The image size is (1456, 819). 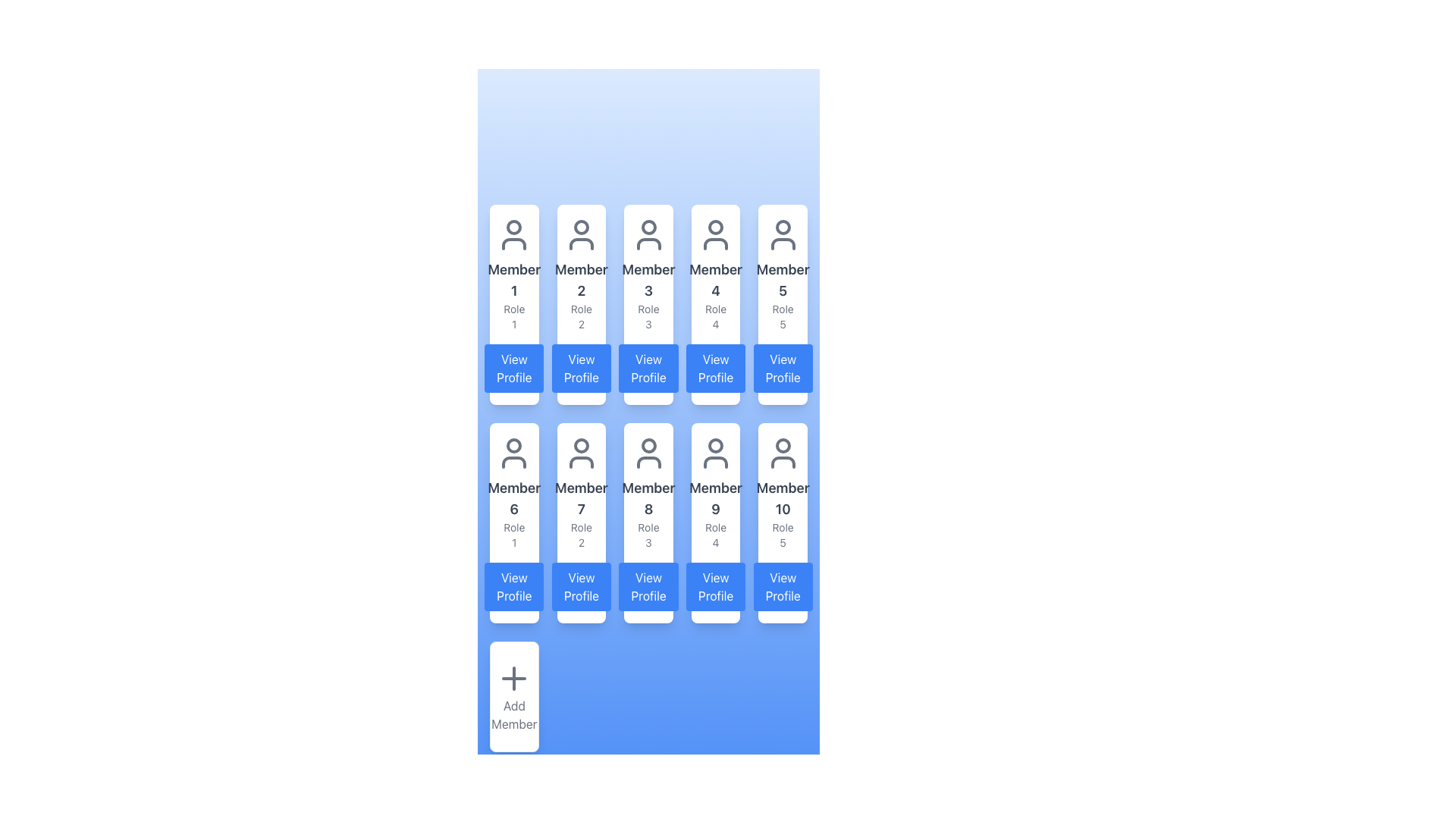 What do you see at coordinates (648, 281) in the screenshot?
I see `the text label that reads 'Member 3', which is centrally aligned within its card interface and above the 'Role 3' description` at bounding box center [648, 281].